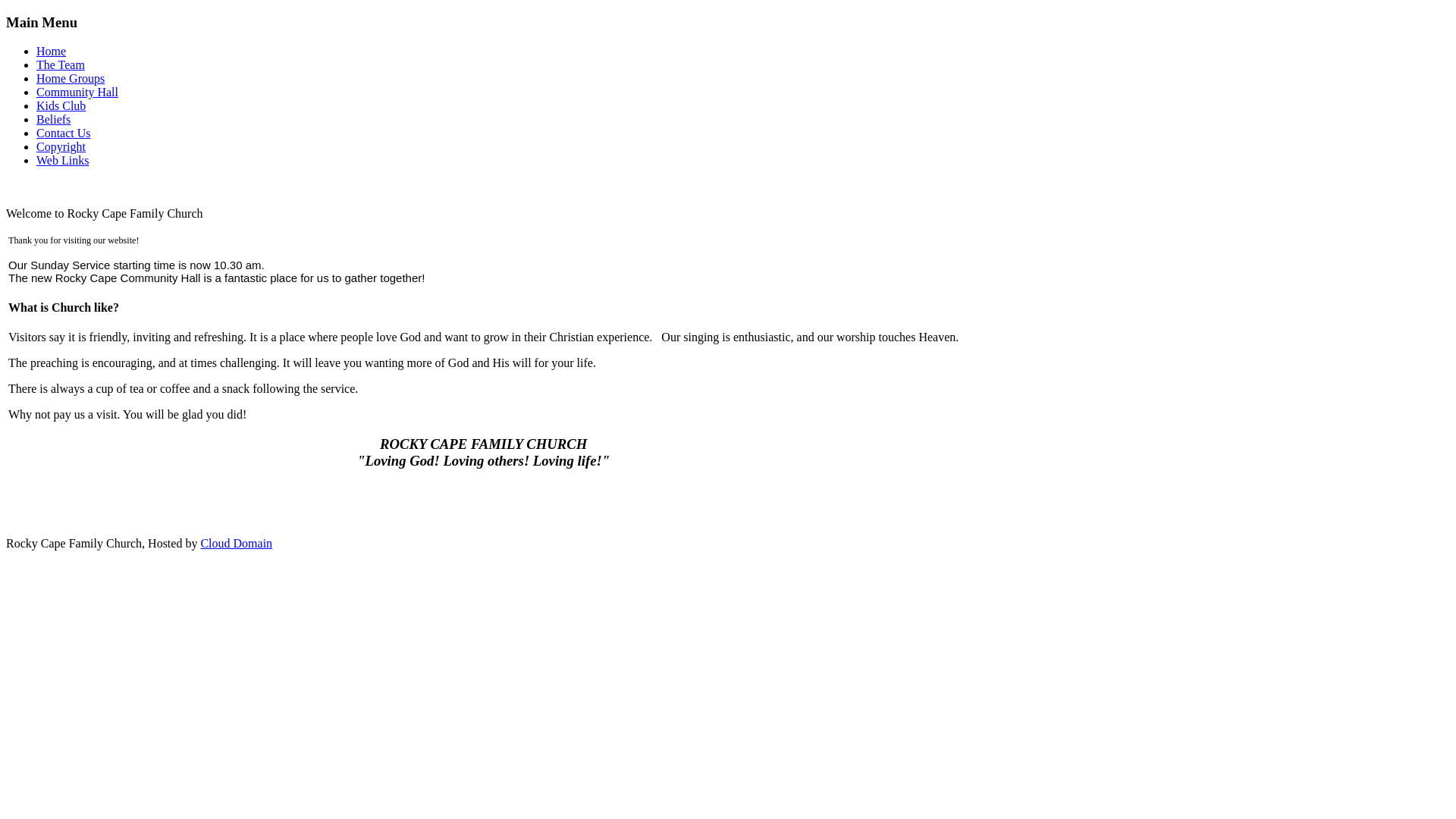  I want to click on 'Cloud Domain', so click(235, 542).